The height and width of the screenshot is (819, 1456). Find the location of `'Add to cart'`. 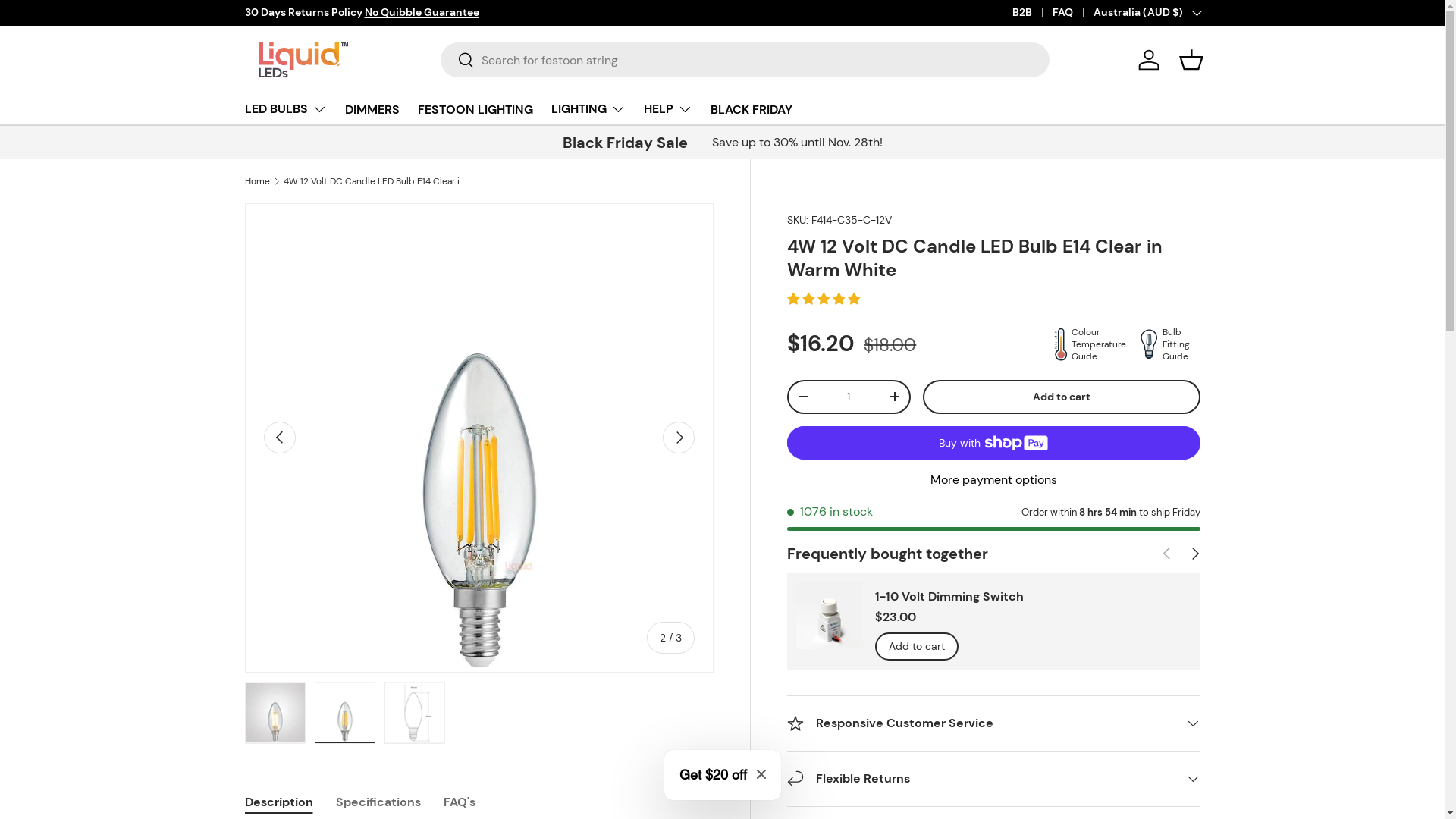

'Add to cart' is located at coordinates (1061, 396).